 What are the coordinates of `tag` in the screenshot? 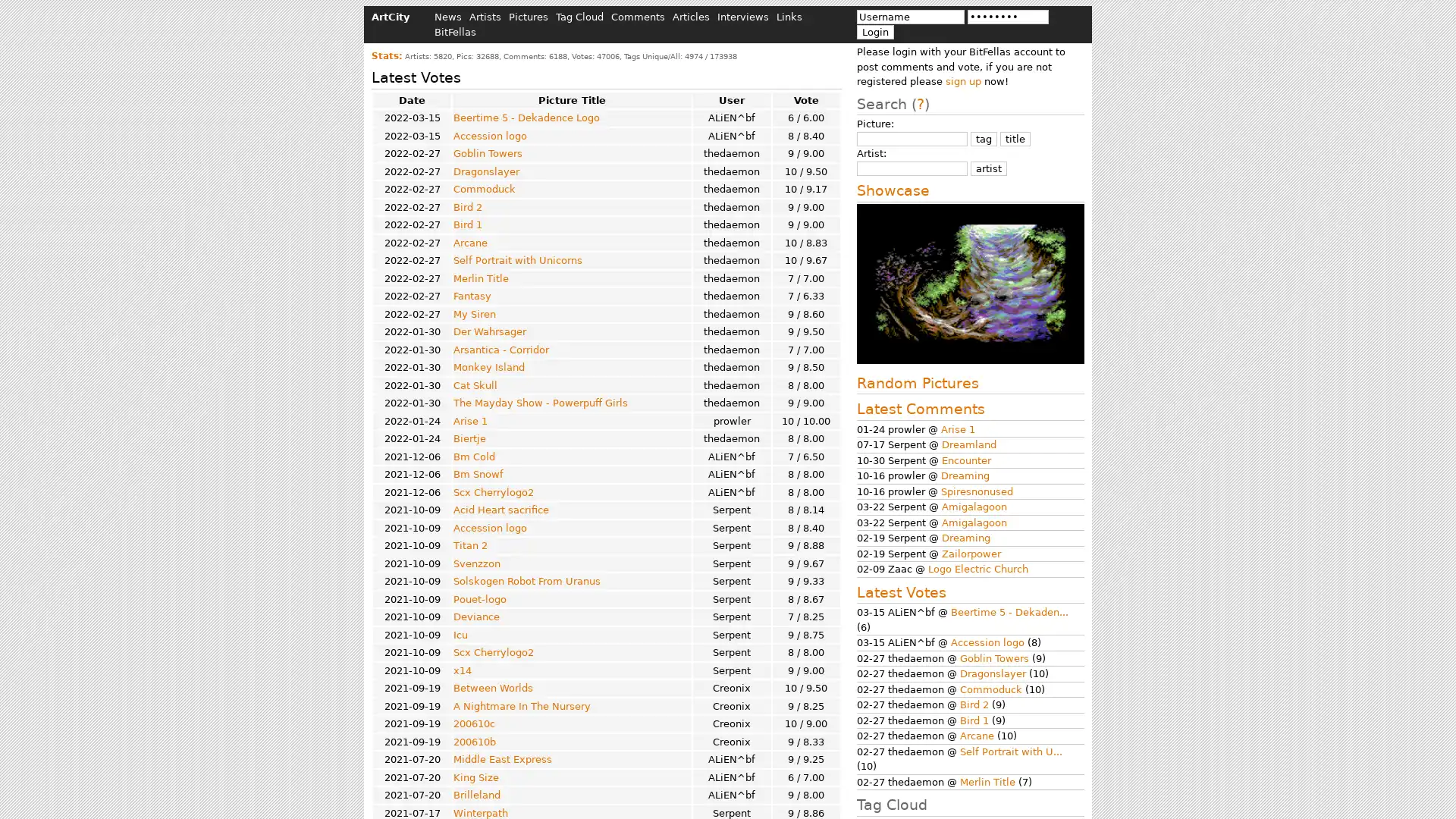 It's located at (984, 138).